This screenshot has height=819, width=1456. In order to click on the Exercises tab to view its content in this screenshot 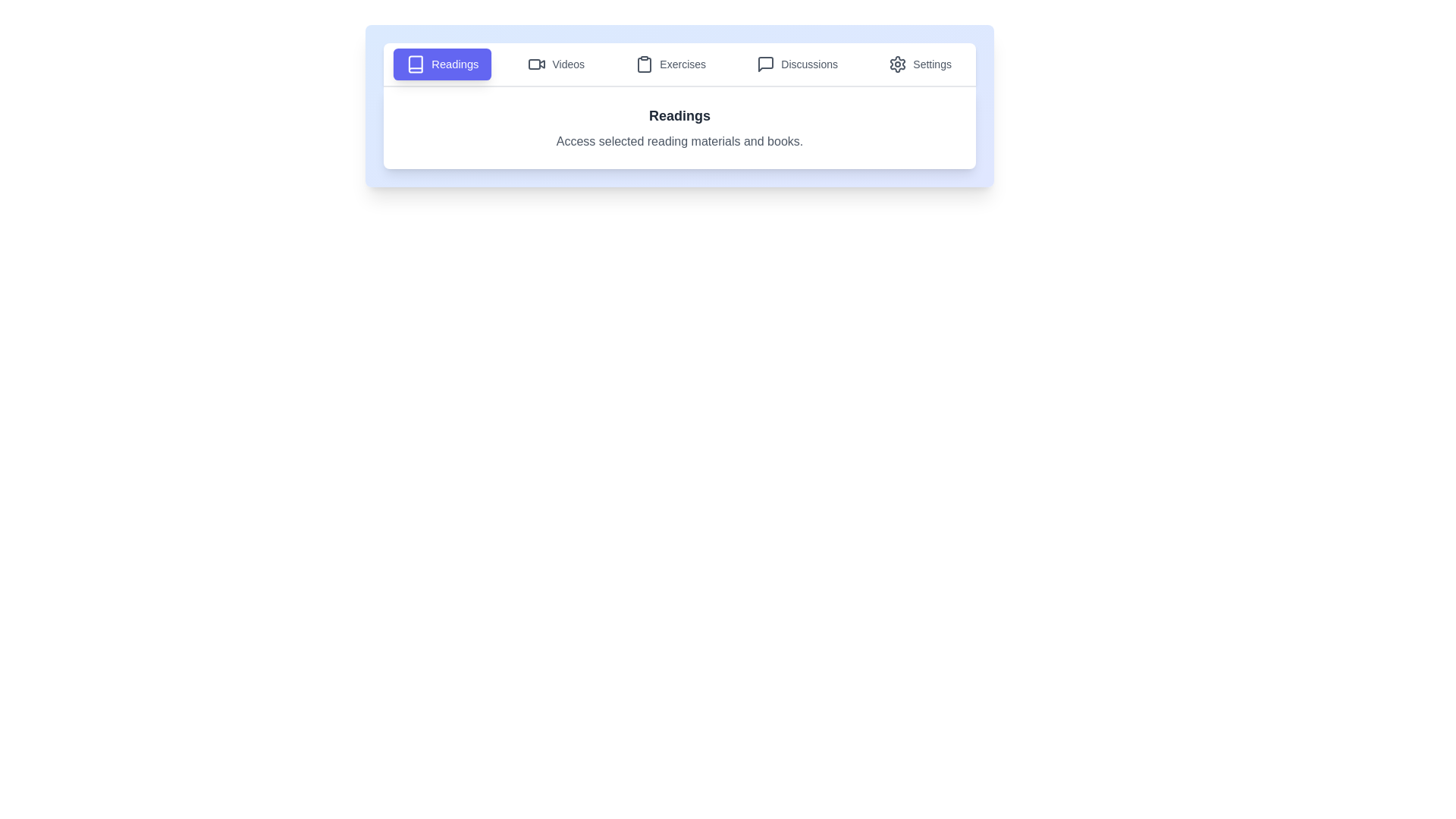, I will do `click(670, 63)`.